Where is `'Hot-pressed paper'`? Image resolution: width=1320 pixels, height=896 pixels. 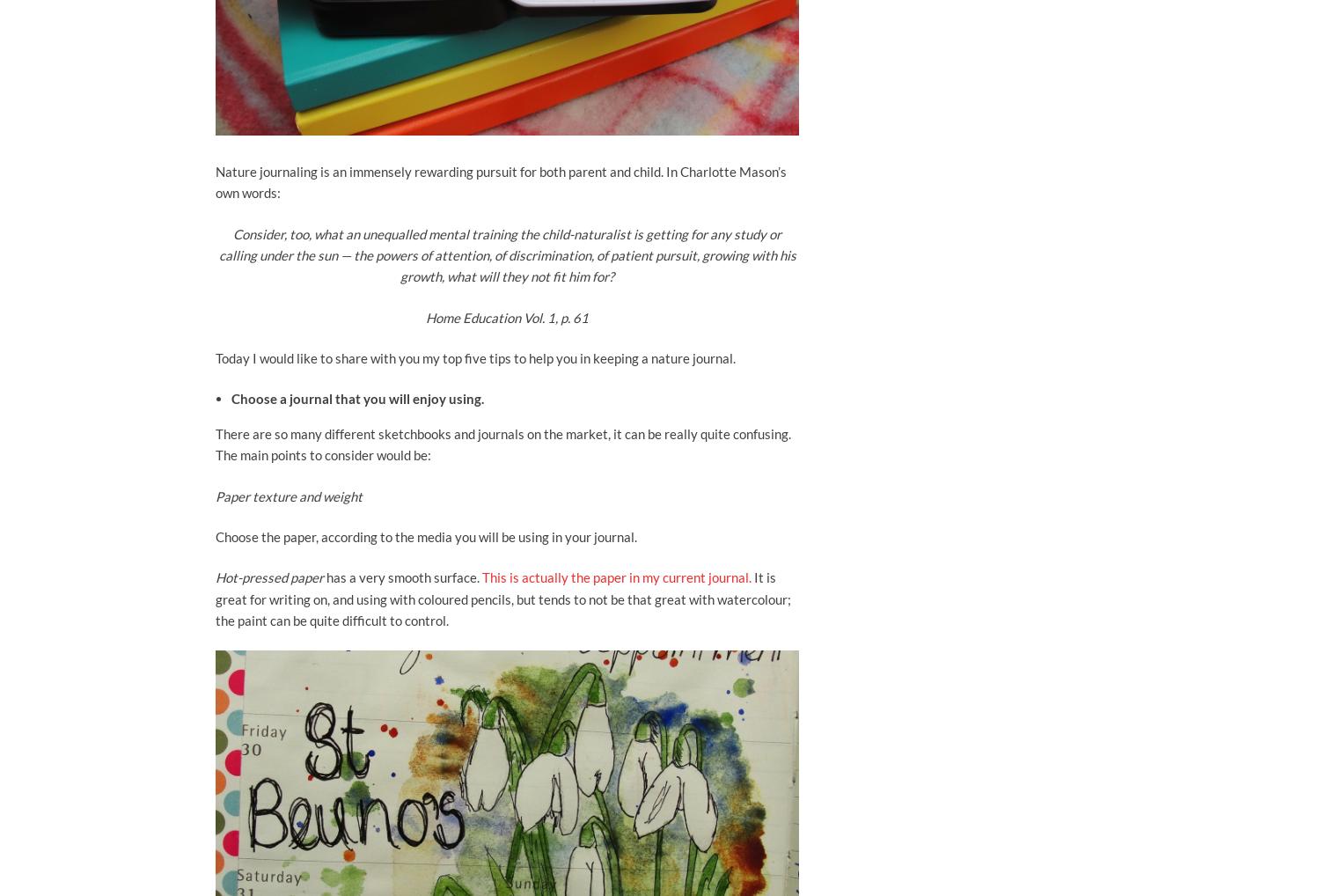 'Hot-pressed paper' is located at coordinates (270, 576).